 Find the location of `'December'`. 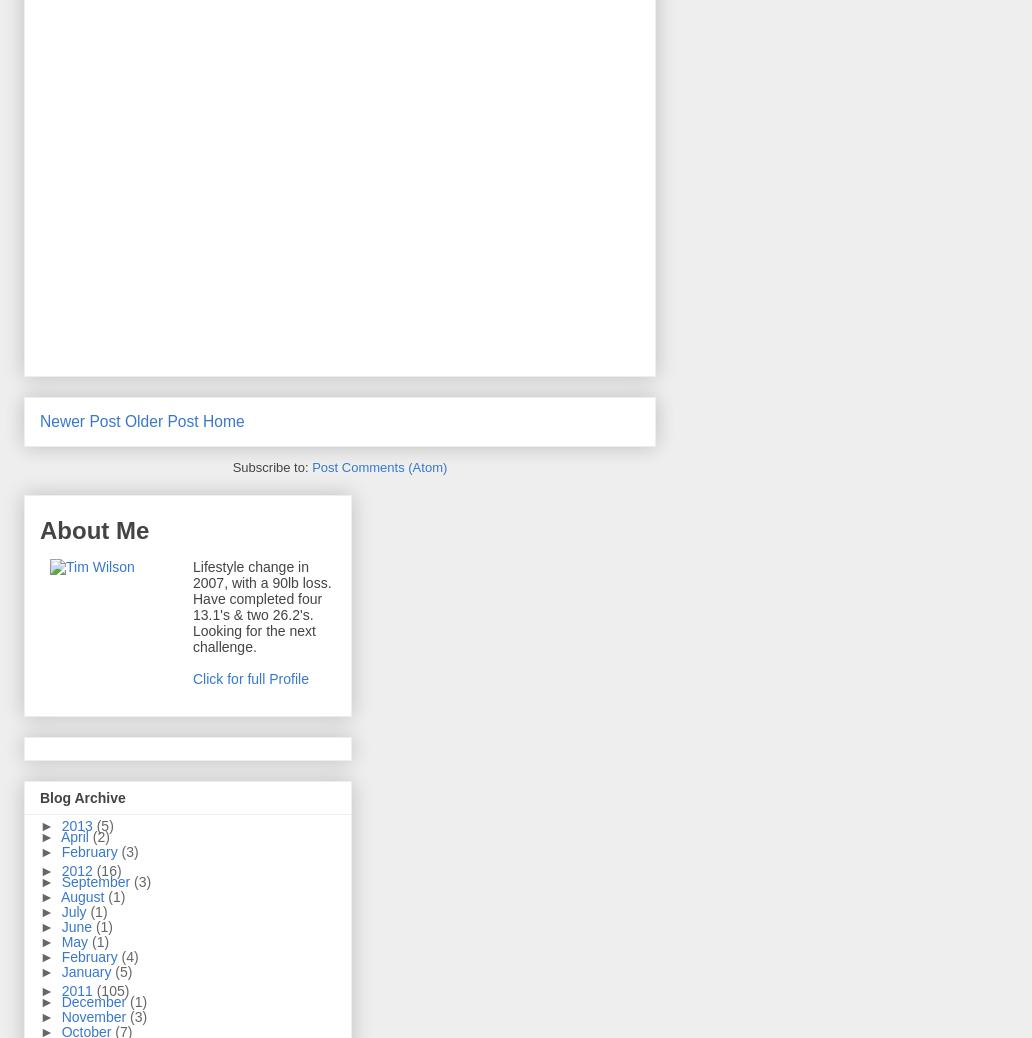

'December' is located at coordinates (95, 1001).